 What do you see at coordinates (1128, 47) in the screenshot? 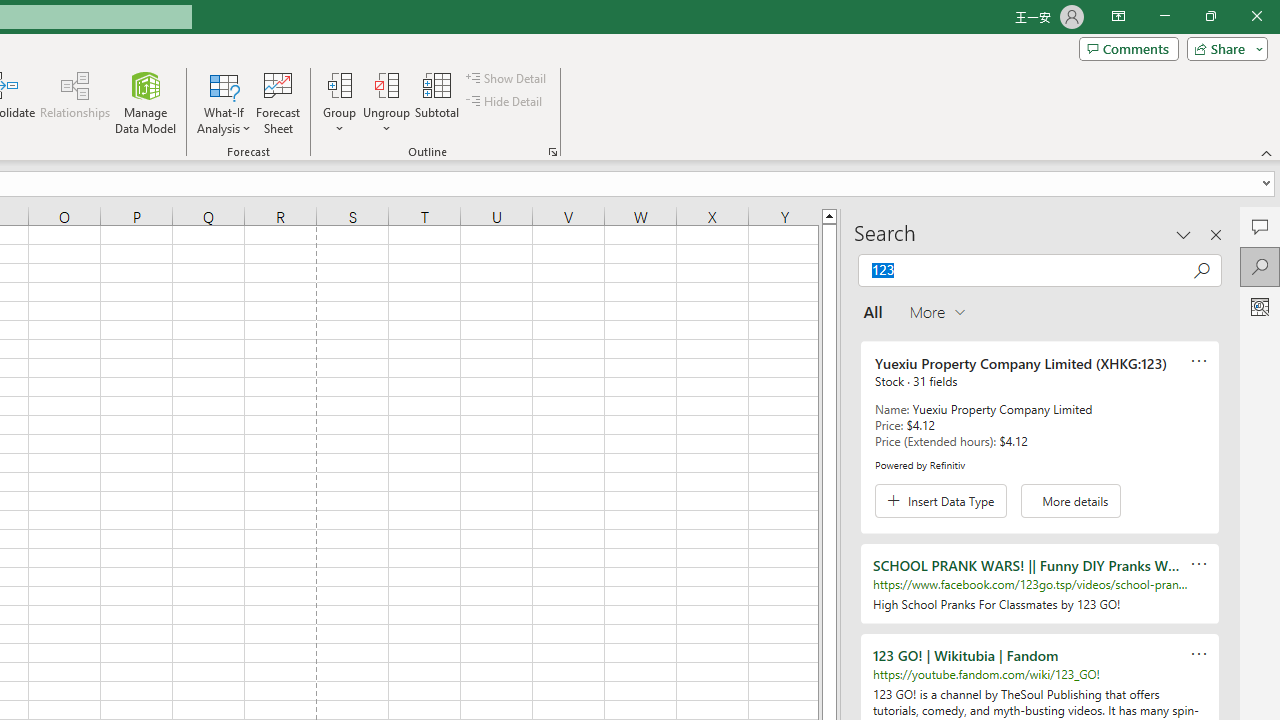
I see `'Comments'` at bounding box center [1128, 47].